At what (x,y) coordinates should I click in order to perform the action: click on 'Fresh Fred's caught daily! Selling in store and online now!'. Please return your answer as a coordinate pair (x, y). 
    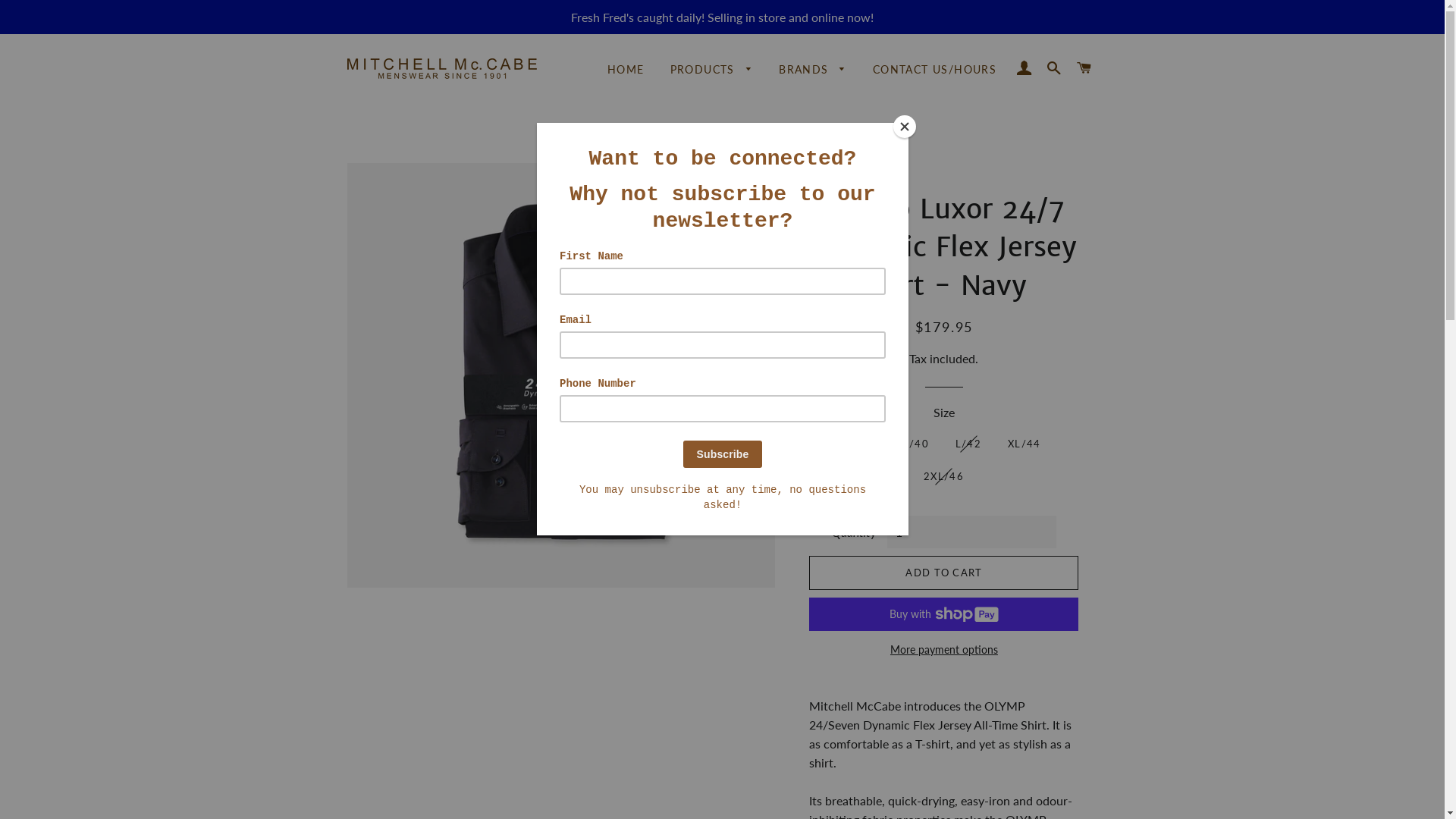
    Looking at the image, I should click on (721, 17).